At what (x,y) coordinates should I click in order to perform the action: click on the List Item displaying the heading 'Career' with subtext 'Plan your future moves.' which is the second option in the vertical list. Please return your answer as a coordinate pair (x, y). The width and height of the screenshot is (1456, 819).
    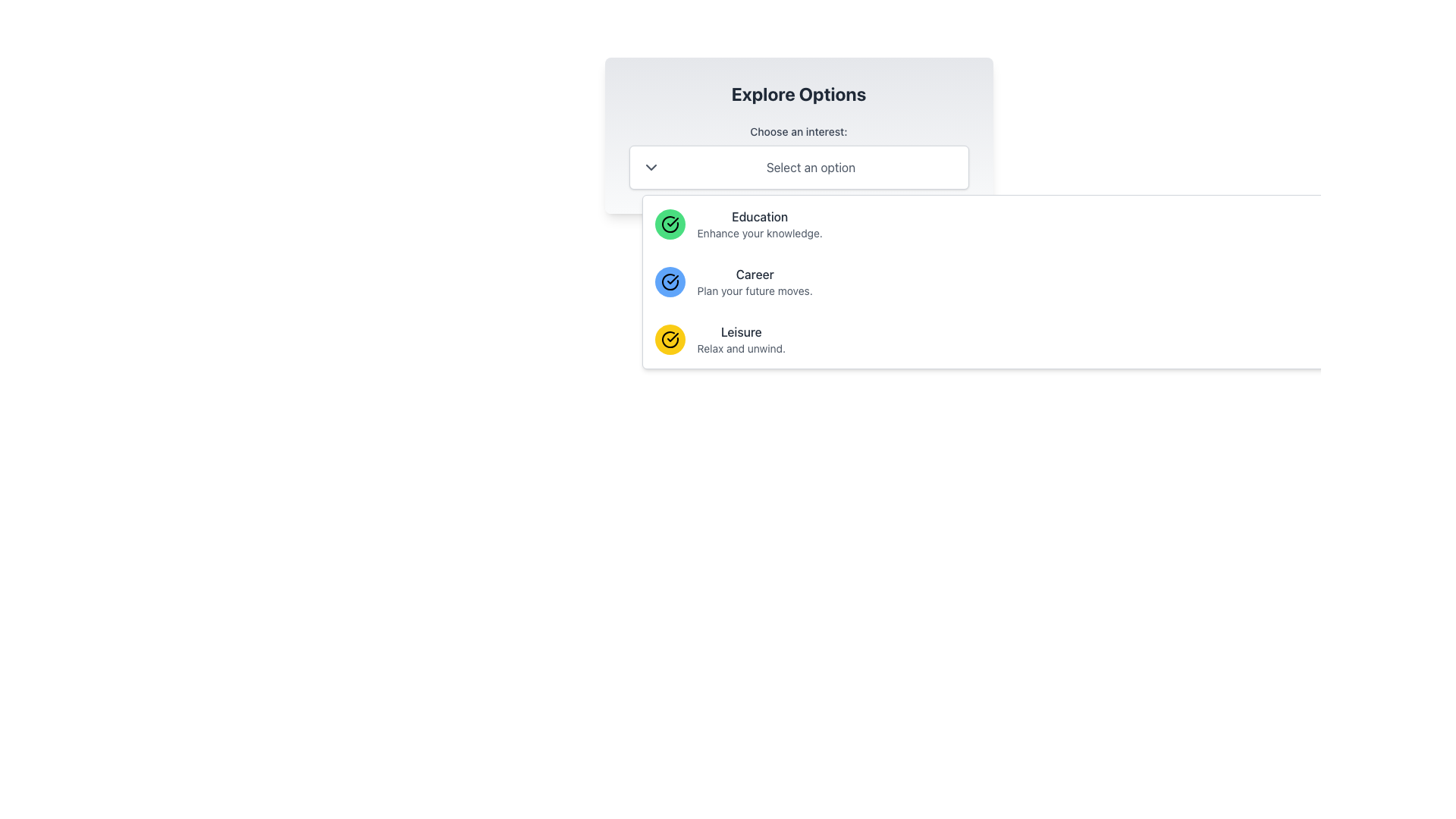
    Looking at the image, I should click on (755, 281).